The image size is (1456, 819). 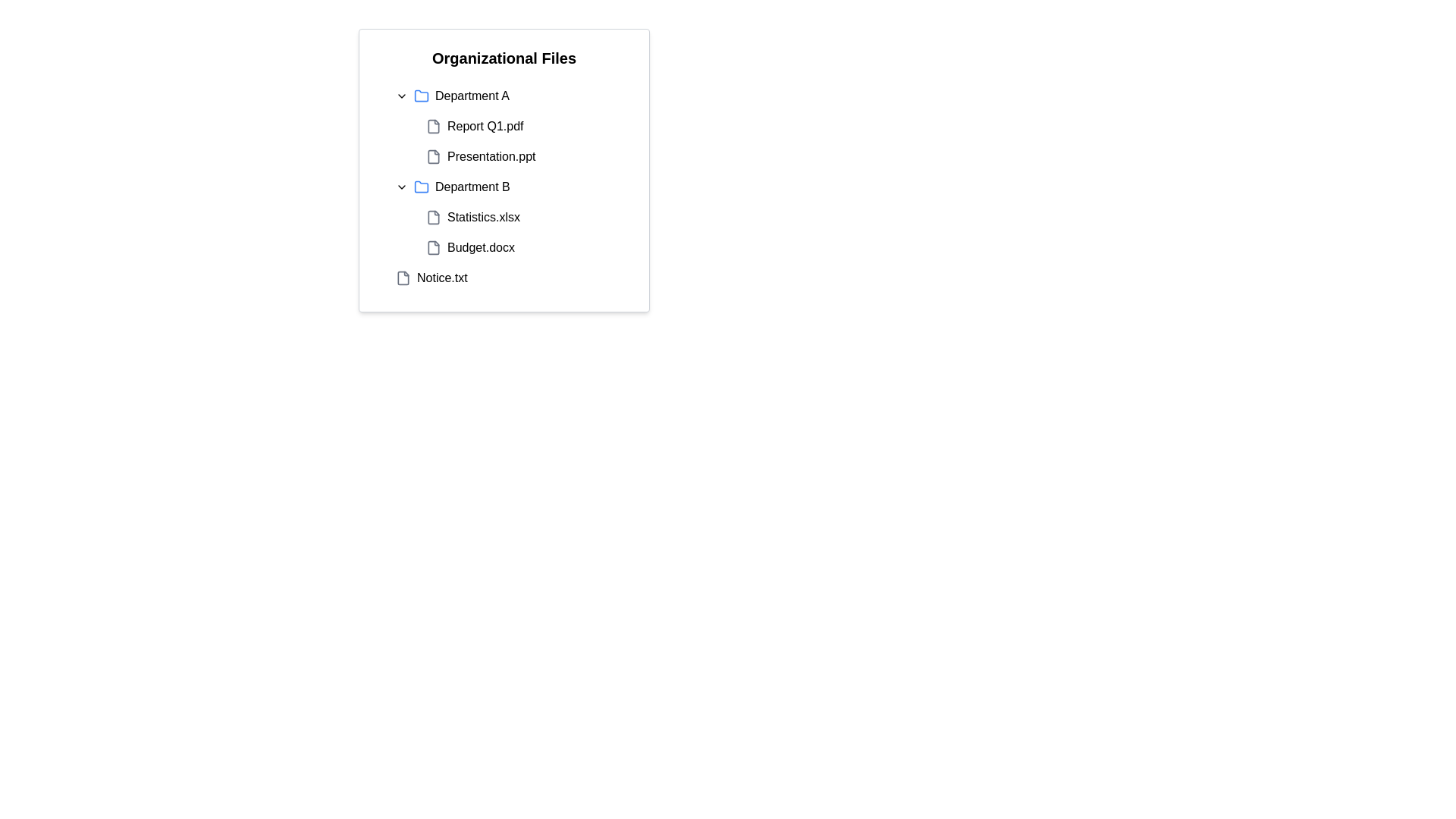 What do you see at coordinates (432, 247) in the screenshot?
I see `the appearance of the SVG file icon element representing 'Budget.docx', which is situated under the 'Department B' folder and between 'Statistics.xlsx' and 'Notice.txt'` at bounding box center [432, 247].